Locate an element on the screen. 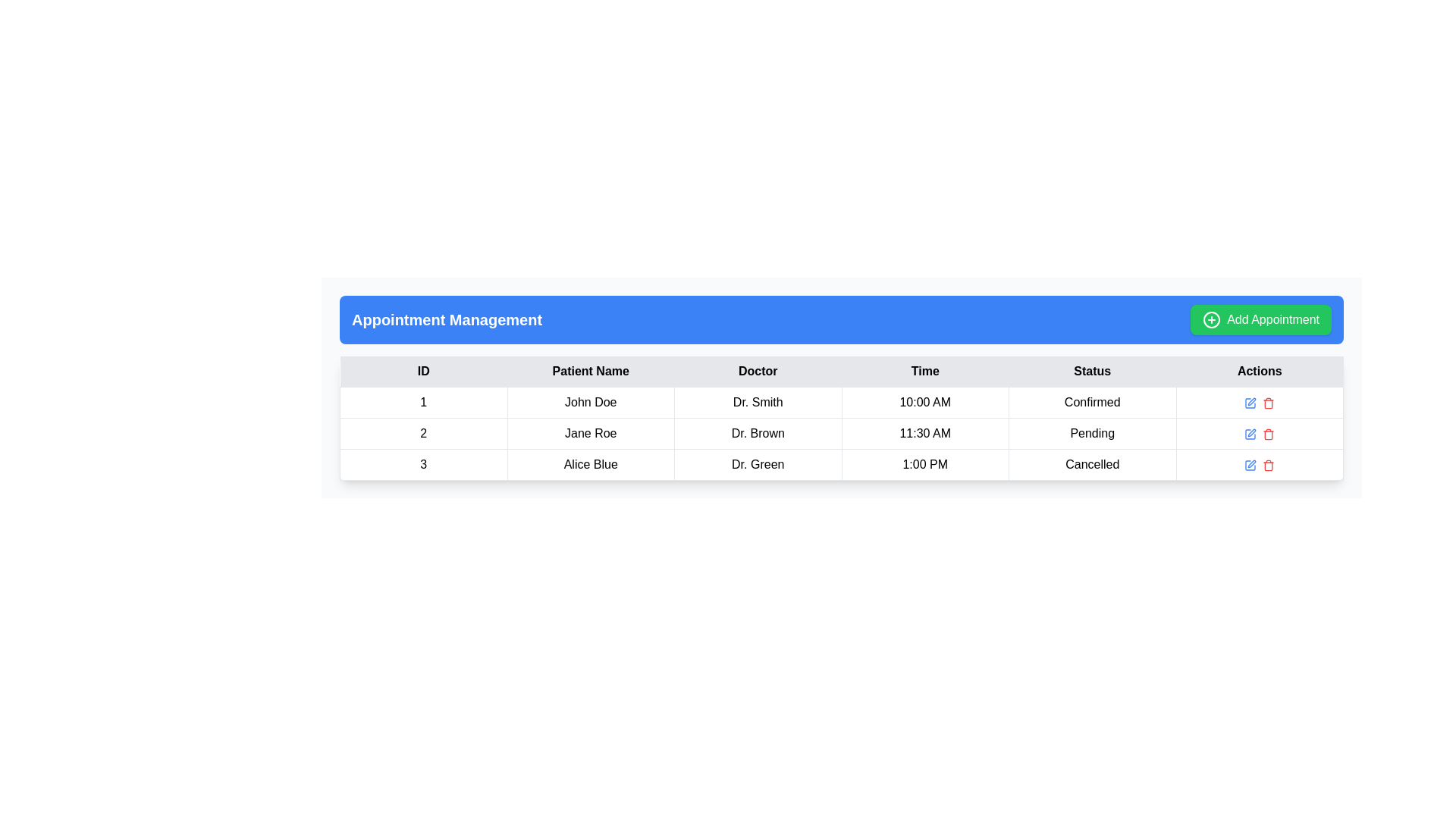  the 'Actions' text label, which is the last column header in the table header row, styled in bold and centered alignment within a gray header row is located at coordinates (1260, 372).